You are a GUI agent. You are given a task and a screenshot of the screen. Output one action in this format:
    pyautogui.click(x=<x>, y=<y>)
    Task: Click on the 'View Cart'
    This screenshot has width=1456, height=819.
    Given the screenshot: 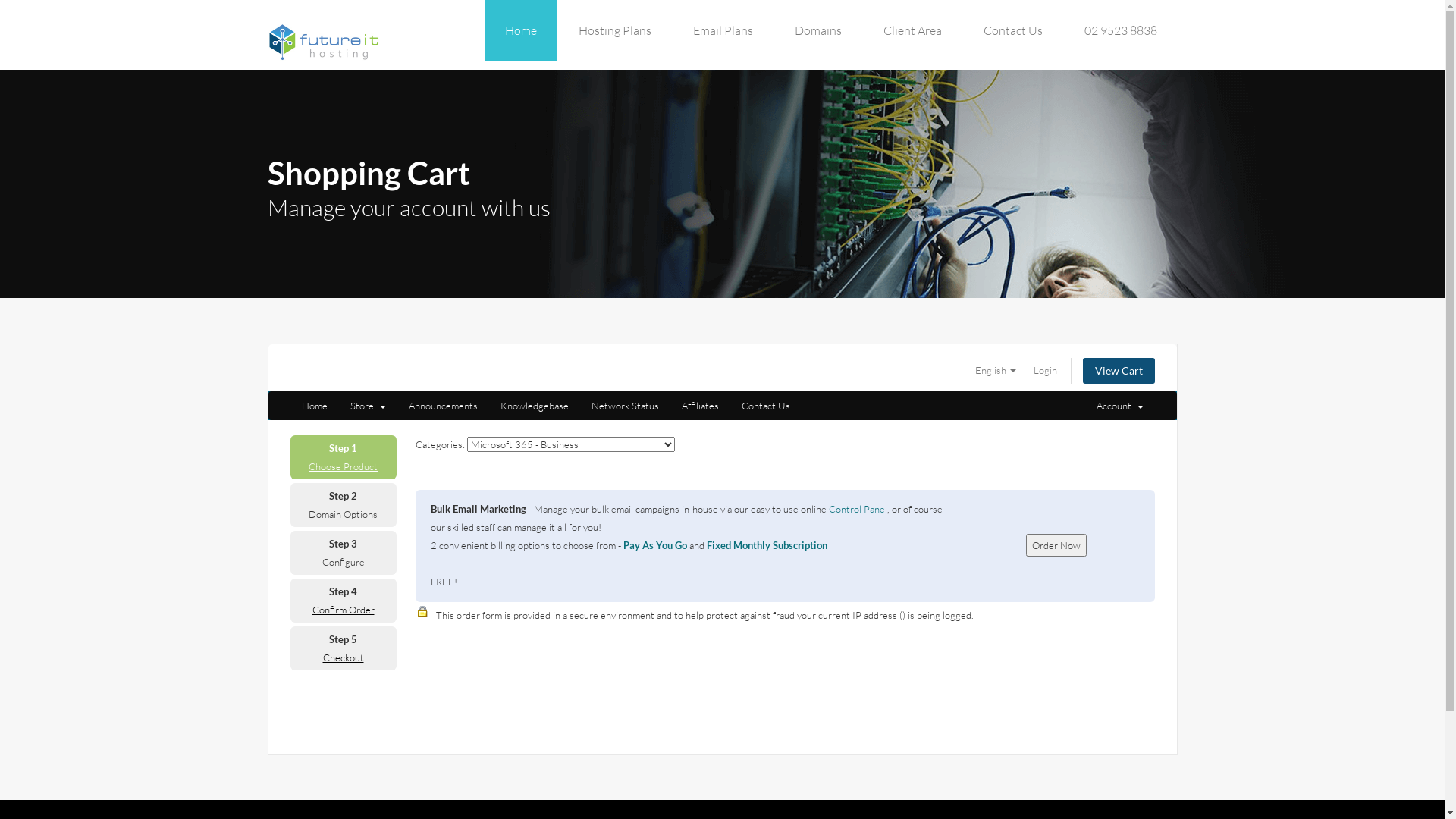 What is the action you would take?
    pyautogui.click(x=1119, y=371)
    